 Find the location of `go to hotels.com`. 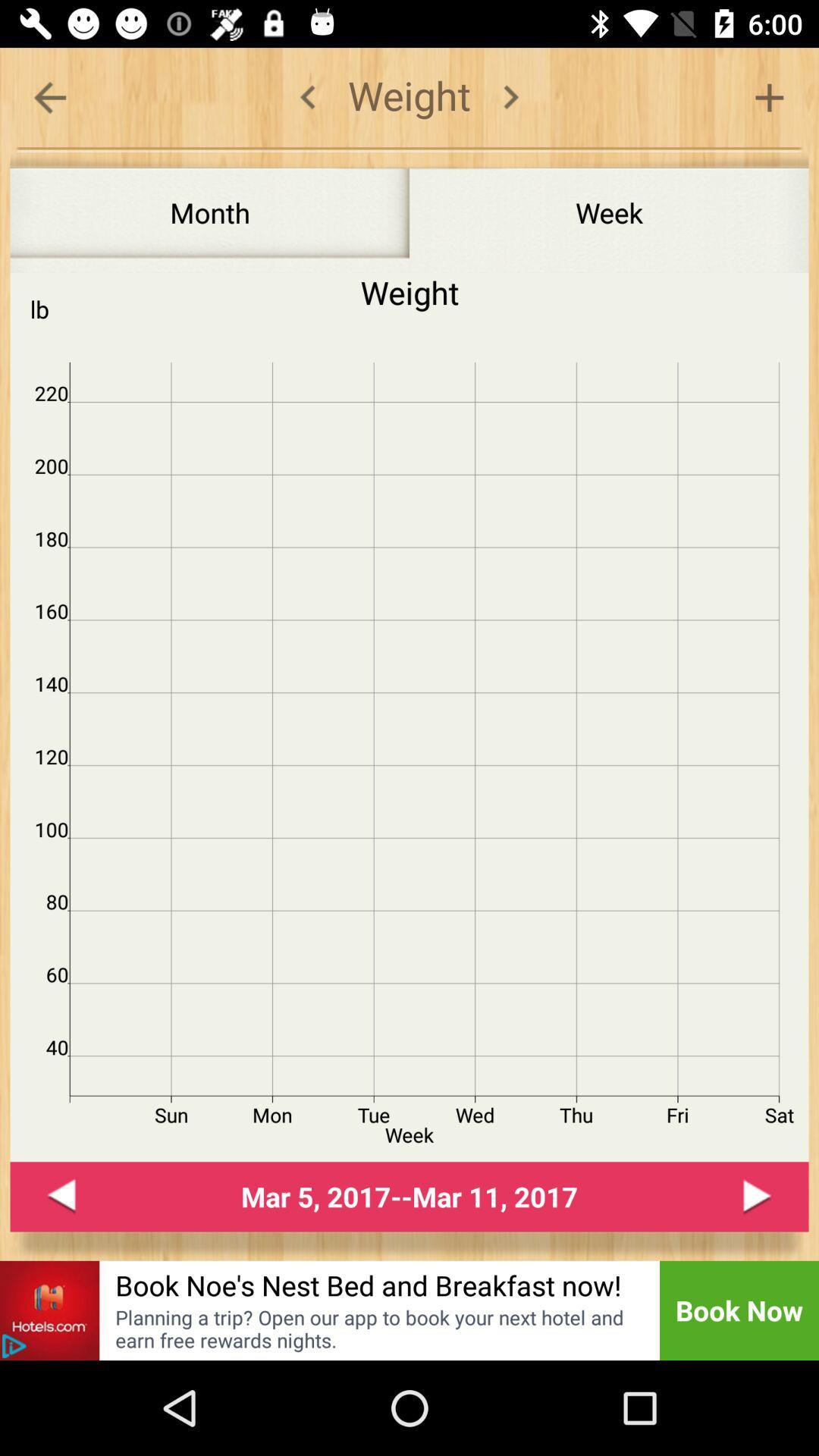

go to hotels.com is located at coordinates (49, 1310).